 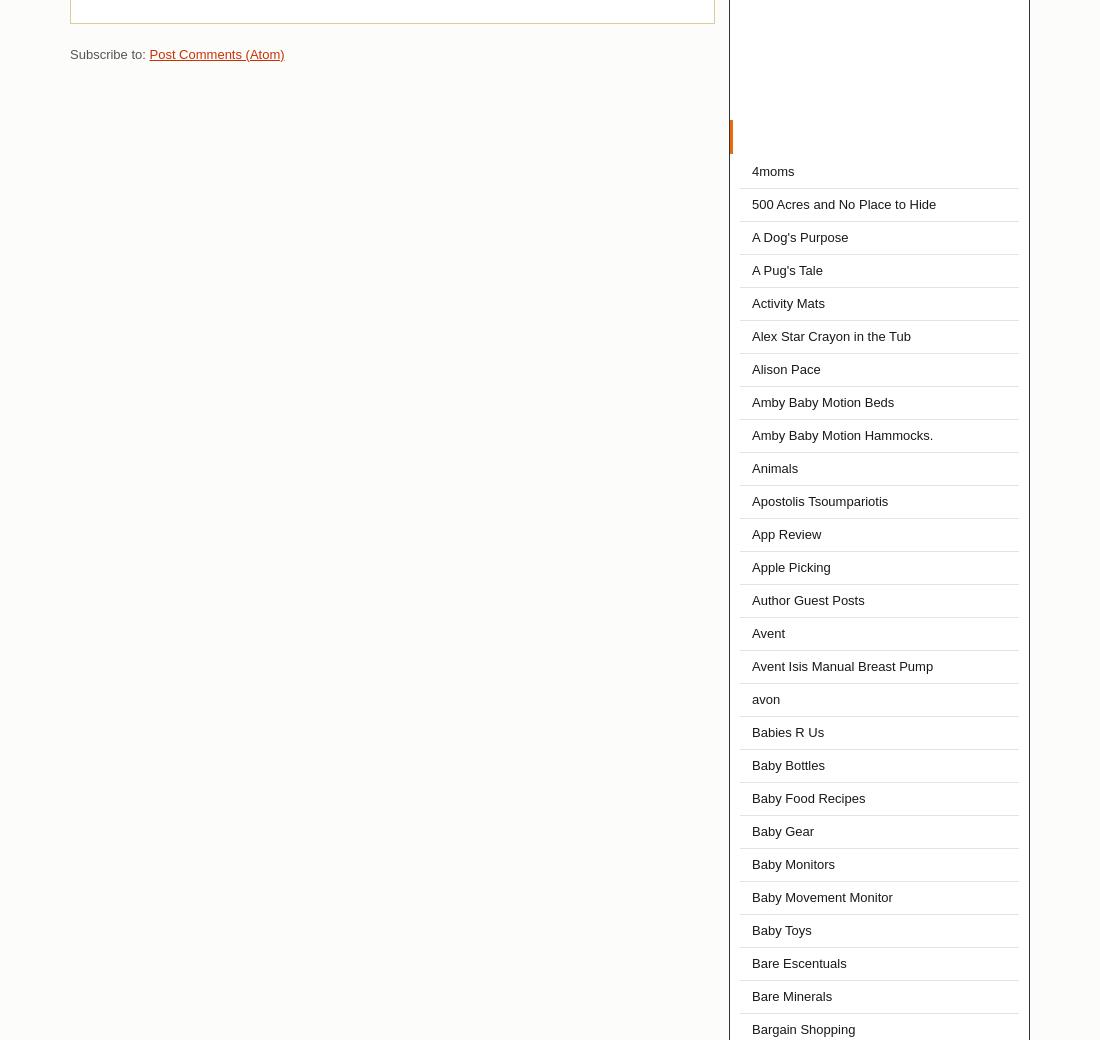 What do you see at coordinates (781, 930) in the screenshot?
I see `'Baby Toys'` at bounding box center [781, 930].